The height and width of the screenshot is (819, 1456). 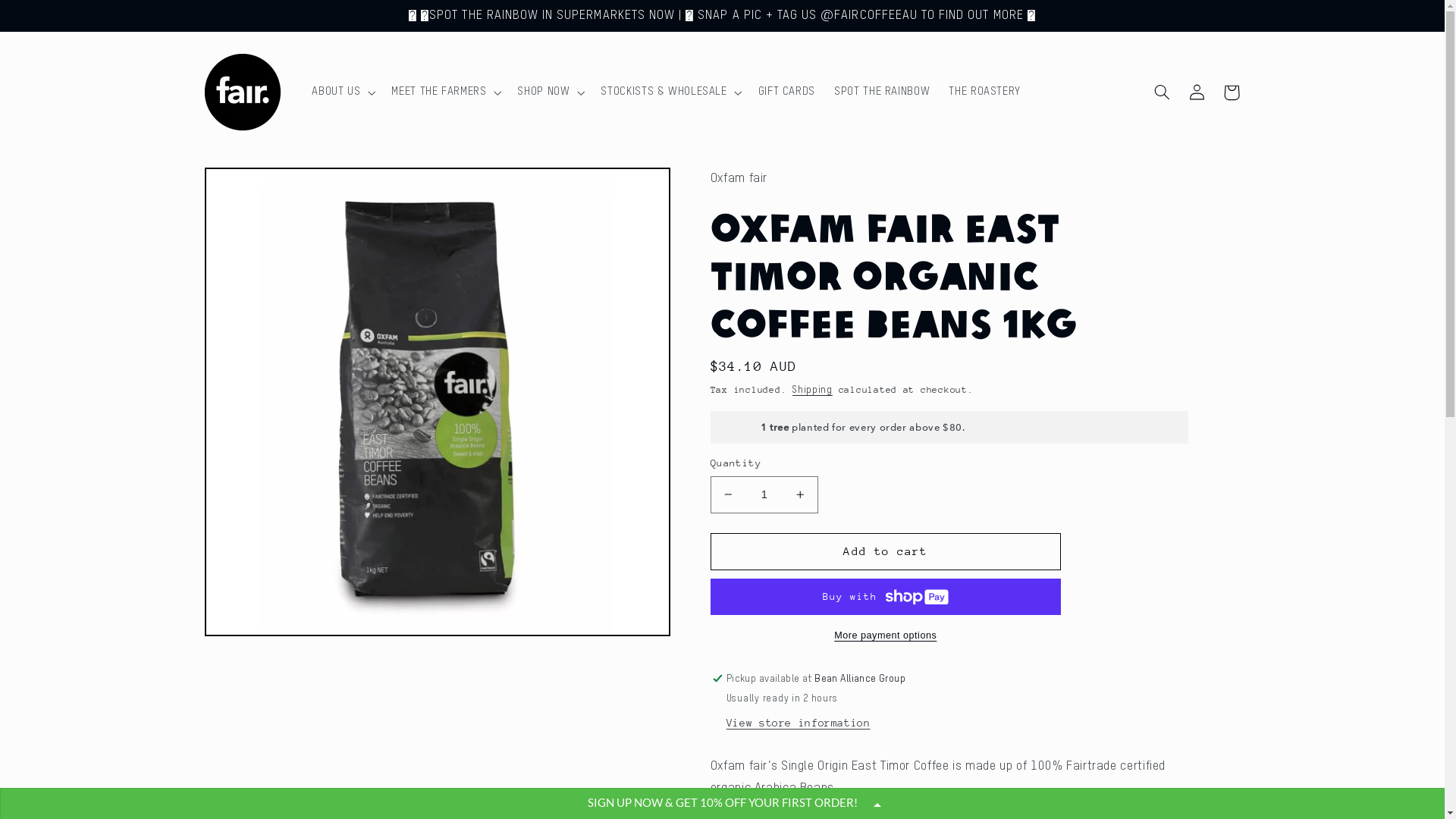 I want to click on 'Add to cart', so click(x=885, y=551).